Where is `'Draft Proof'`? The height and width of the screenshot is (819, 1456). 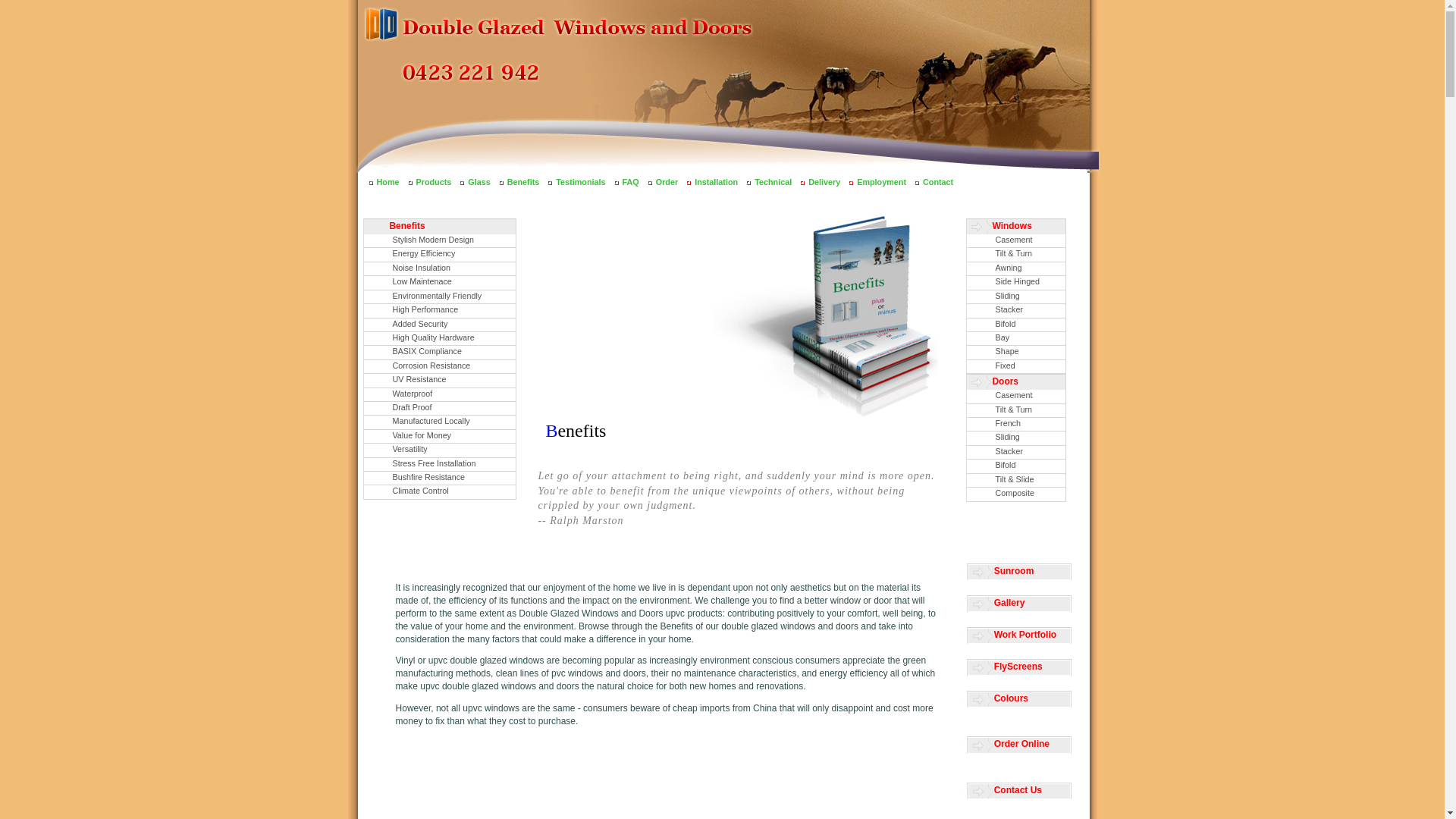
'Draft Proof' is located at coordinates (439, 407).